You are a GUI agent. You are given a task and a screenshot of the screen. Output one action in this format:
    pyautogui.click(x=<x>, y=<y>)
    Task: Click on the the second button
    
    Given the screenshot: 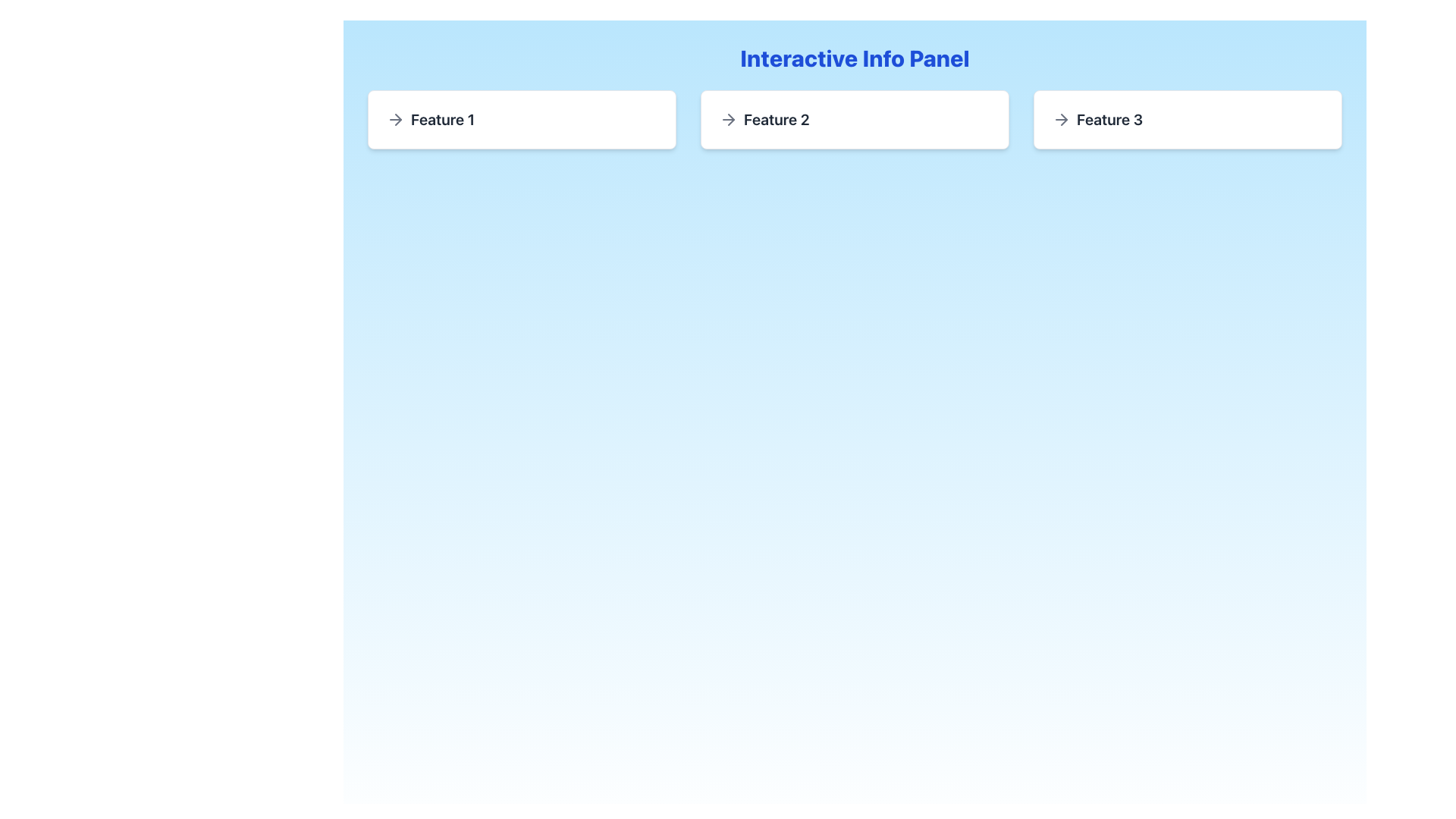 What is the action you would take?
    pyautogui.click(x=855, y=119)
    